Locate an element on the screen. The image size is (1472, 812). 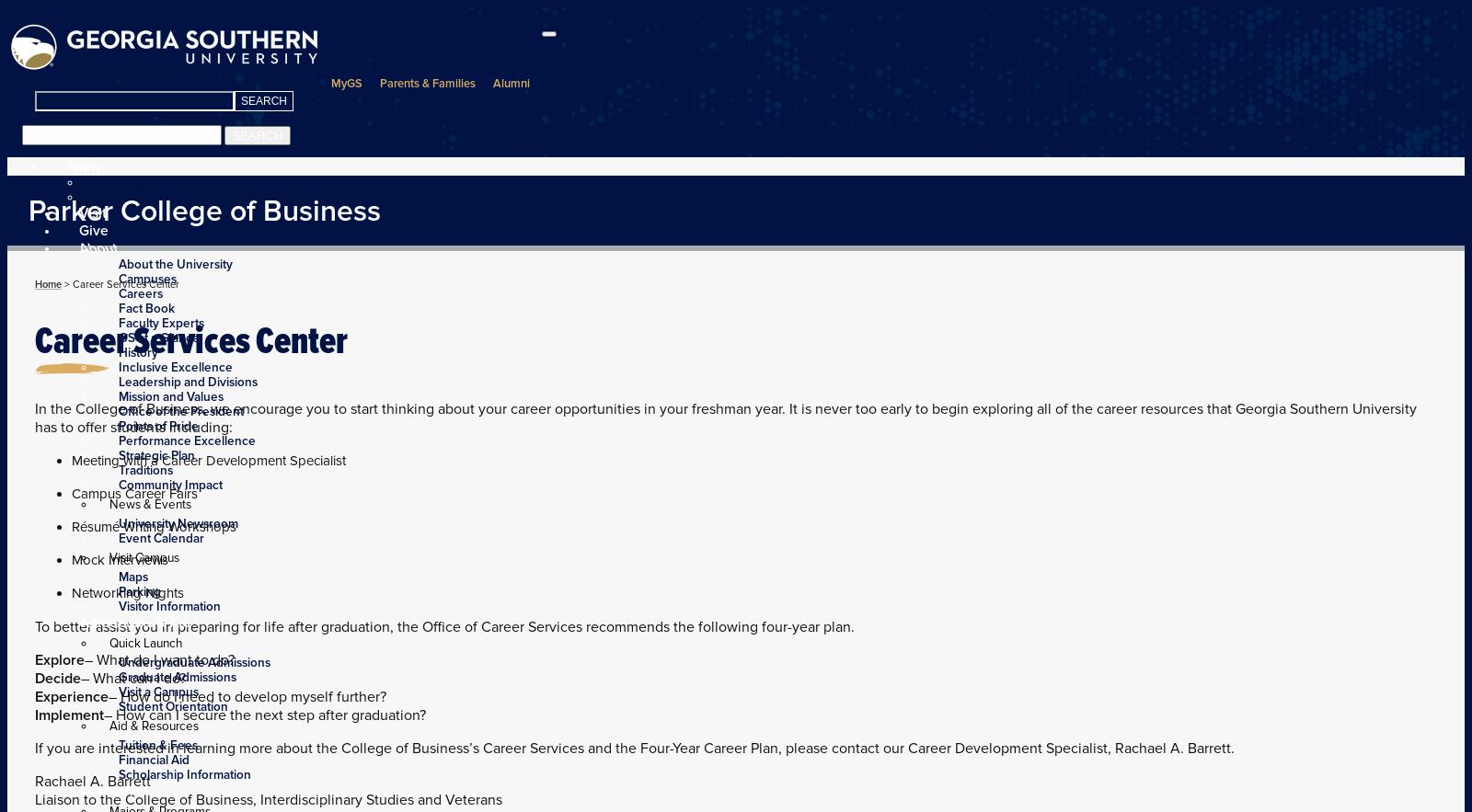
'Rachael A. Barrett' is located at coordinates (91, 781).